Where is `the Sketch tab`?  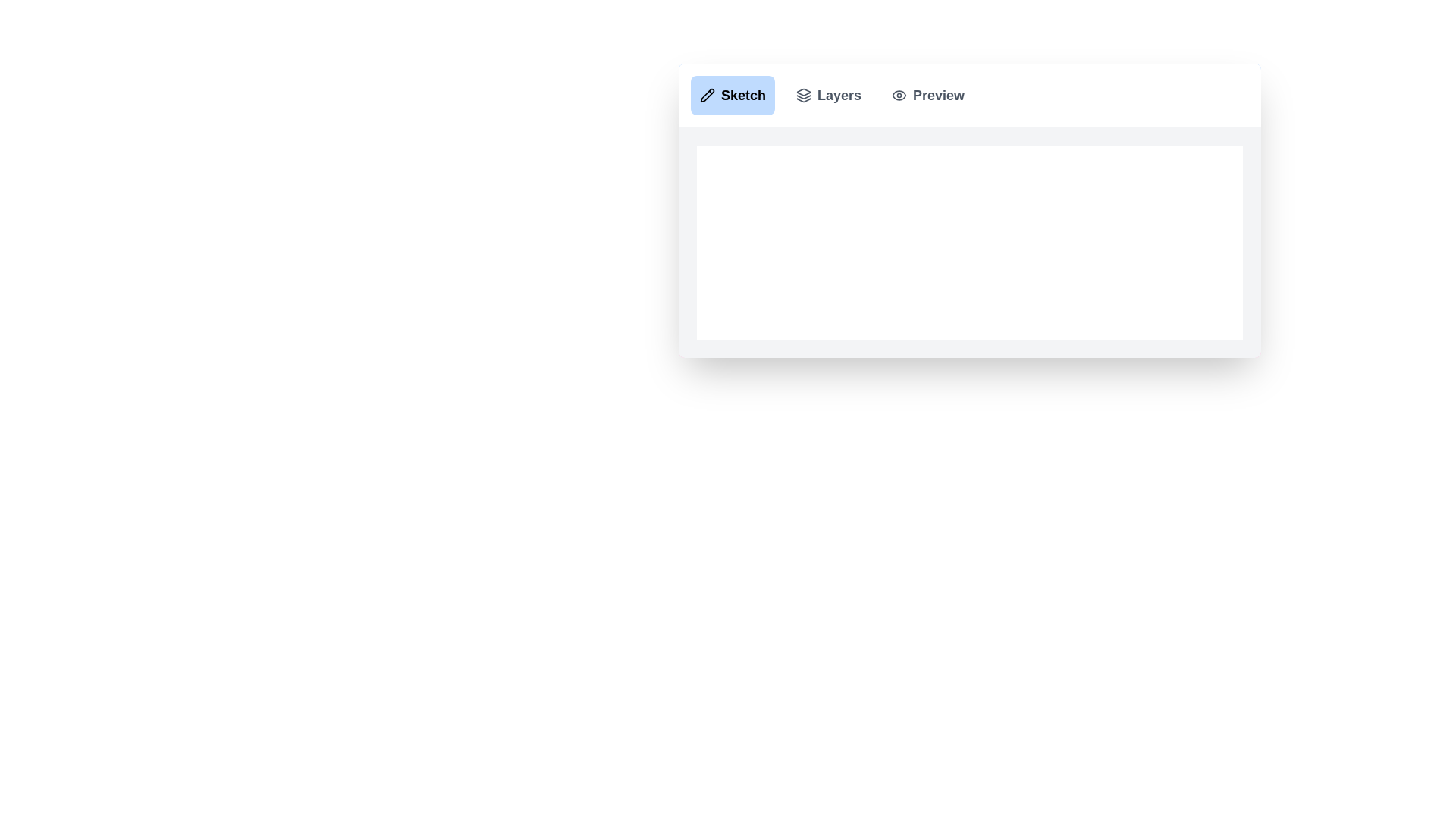
the Sketch tab is located at coordinates (733, 96).